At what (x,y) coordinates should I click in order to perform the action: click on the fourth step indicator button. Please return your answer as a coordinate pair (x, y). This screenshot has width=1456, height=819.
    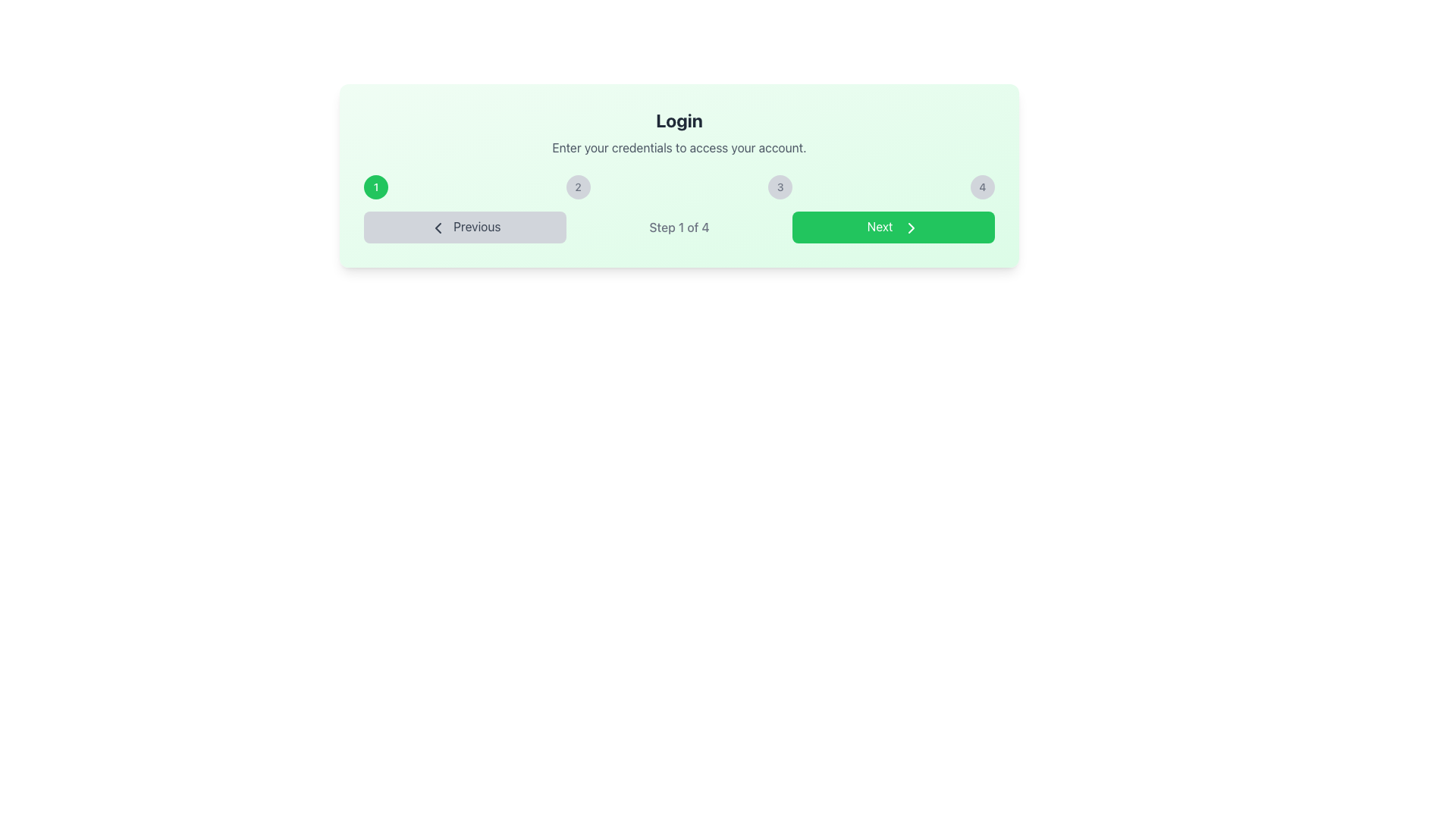
    Looking at the image, I should click on (983, 186).